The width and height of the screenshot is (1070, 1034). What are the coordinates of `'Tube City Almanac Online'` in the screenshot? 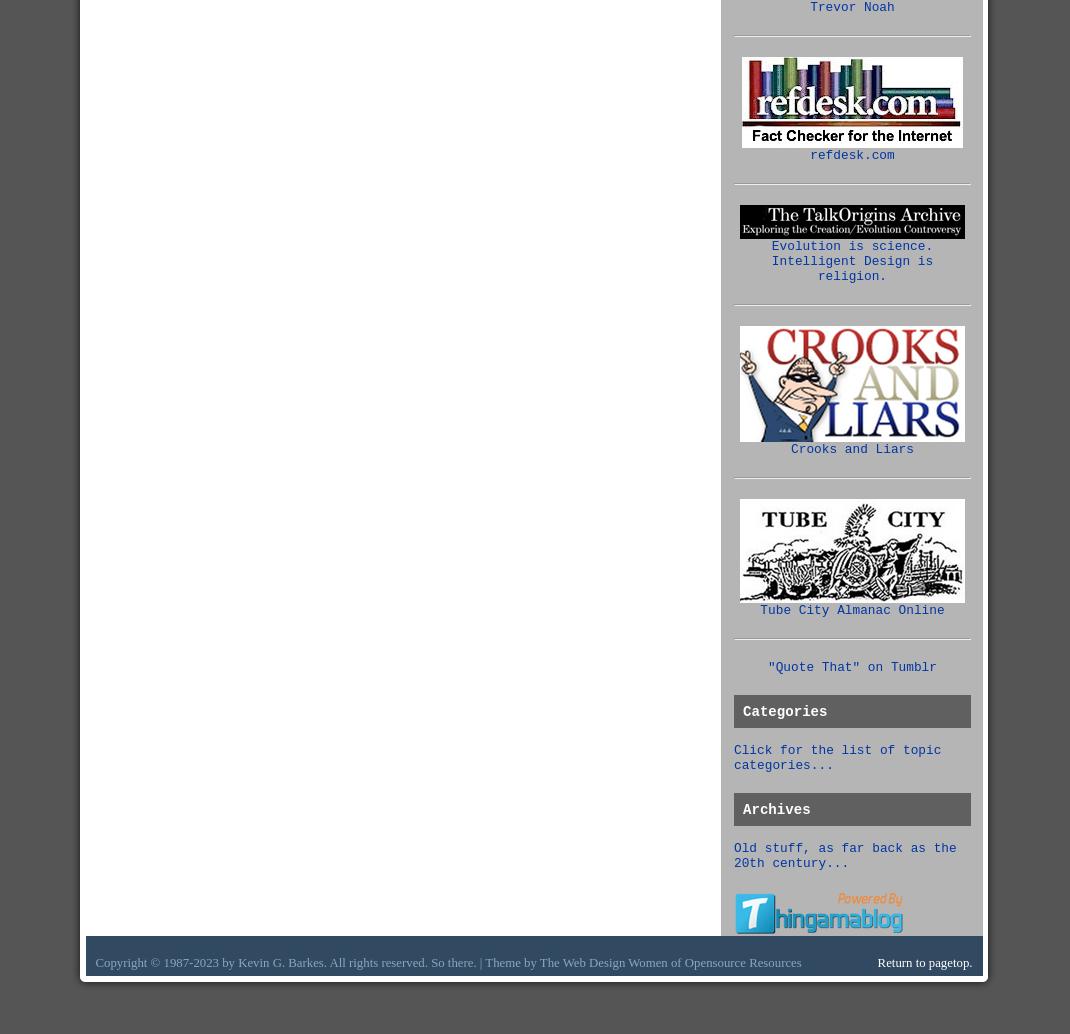 It's located at (852, 610).